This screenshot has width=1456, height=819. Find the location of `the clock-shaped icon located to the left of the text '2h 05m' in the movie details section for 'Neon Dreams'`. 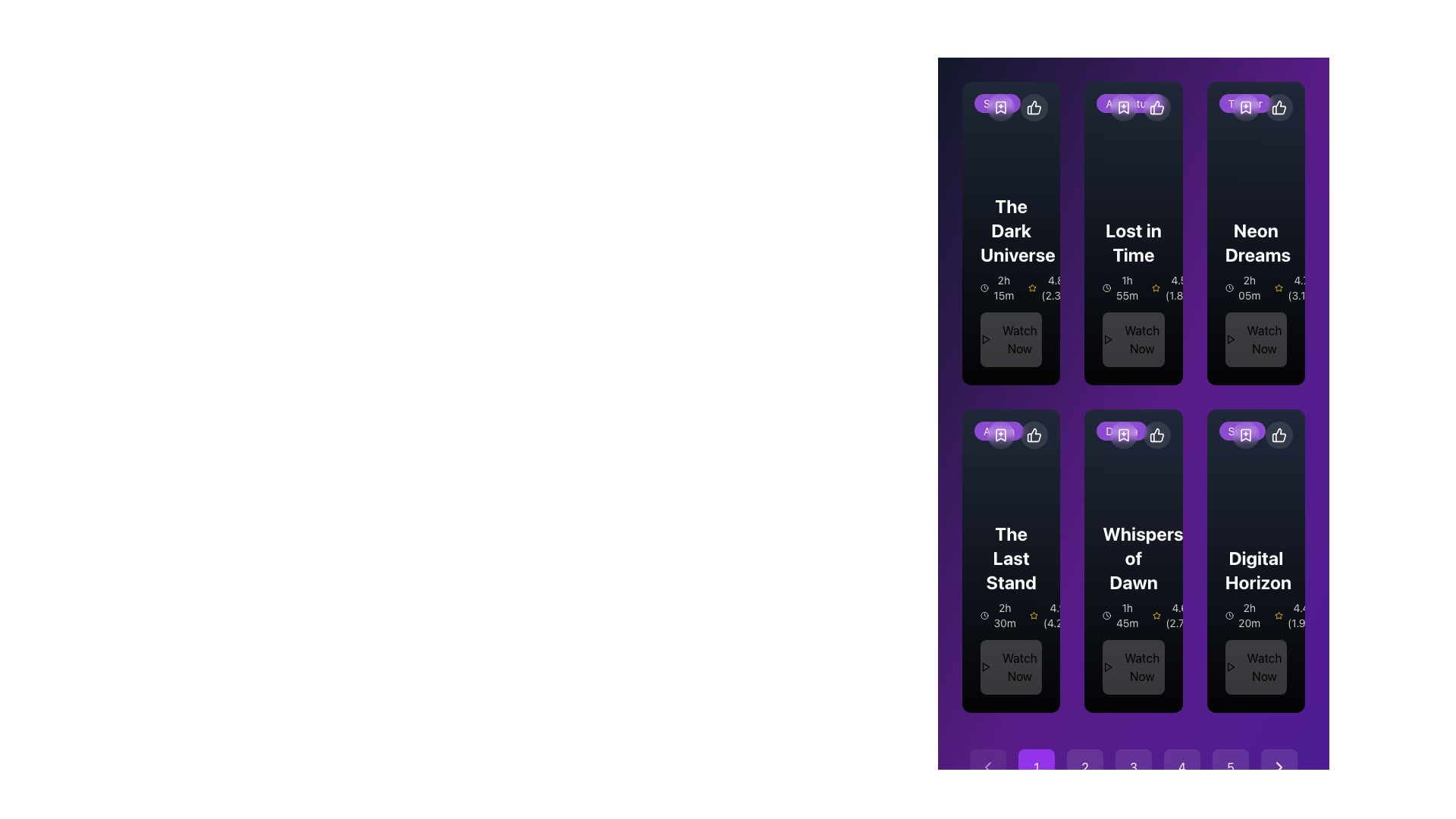

the clock-shaped icon located to the left of the text '2h 05m' in the movie details section for 'Neon Dreams' is located at coordinates (1229, 288).